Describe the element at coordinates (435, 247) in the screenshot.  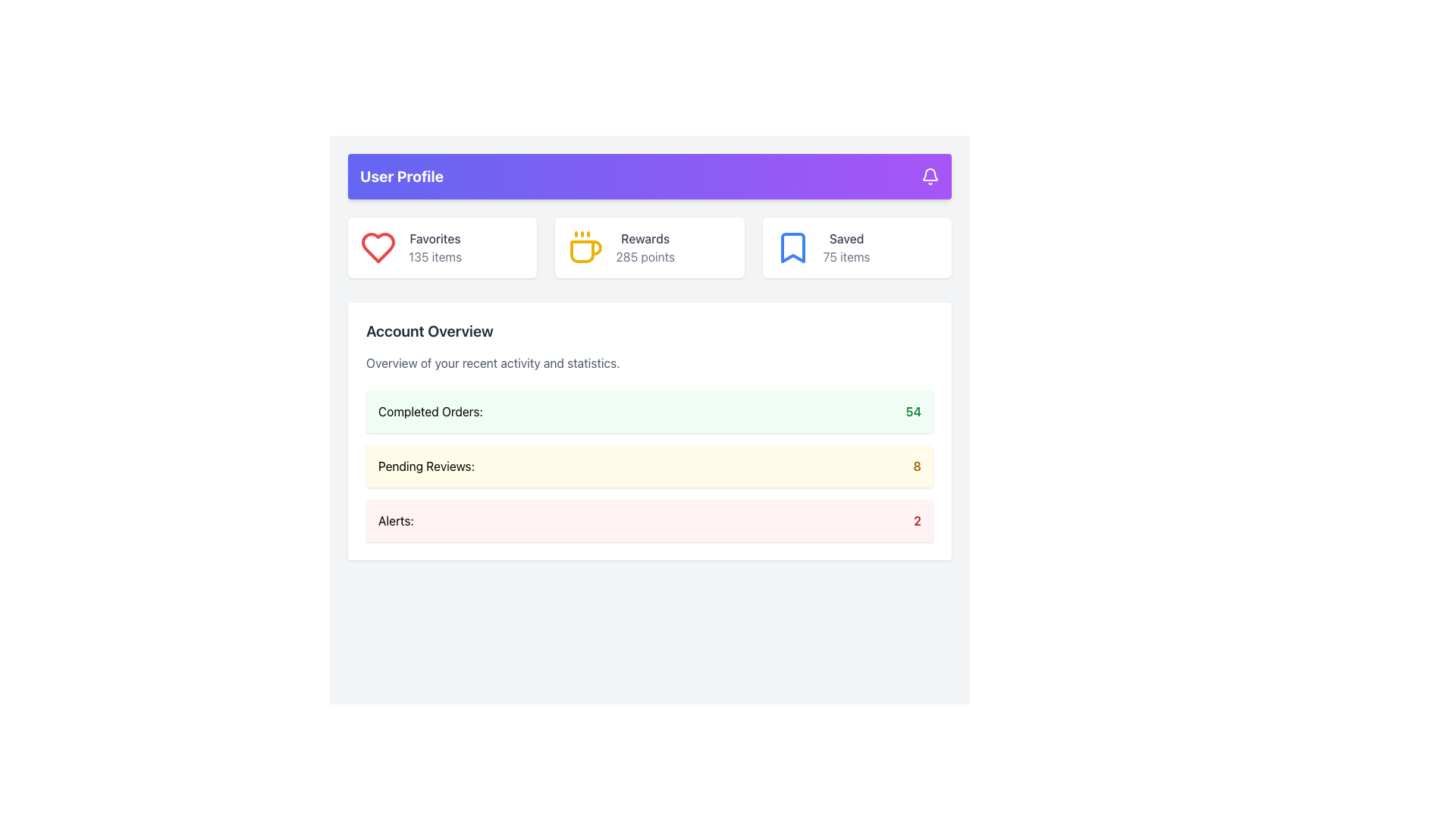
I see `the Text display component that shows the number of items marked as 'Favorites', located in the second box from the left beneath the 'User Profile' banner, to the right of a red heart icon` at that location.